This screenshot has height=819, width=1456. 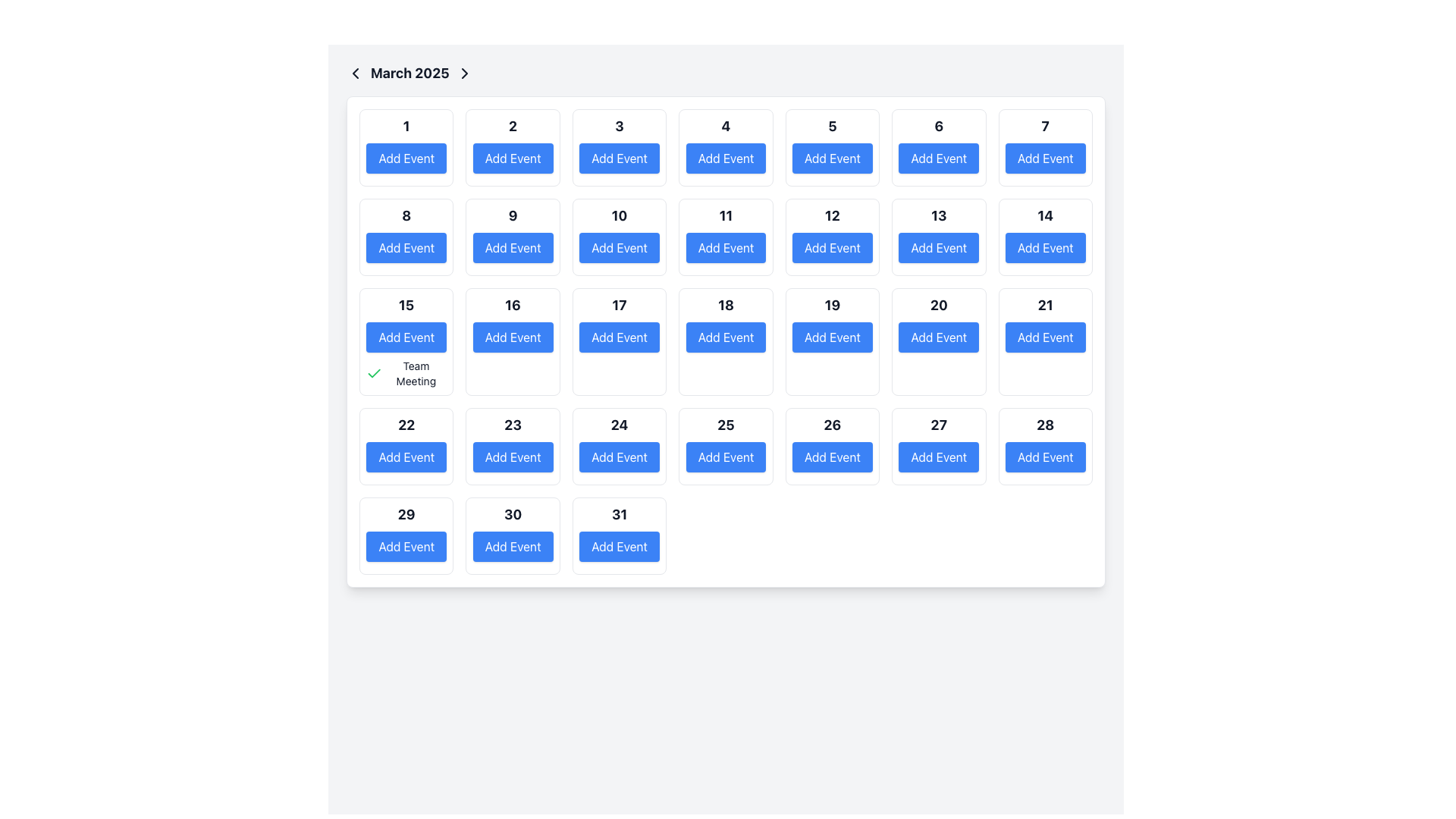 I want to click on the 'Add Event' button located in the calendar day indicator for the date '17' to observe interactivity effects, so click(x=620, y=342).